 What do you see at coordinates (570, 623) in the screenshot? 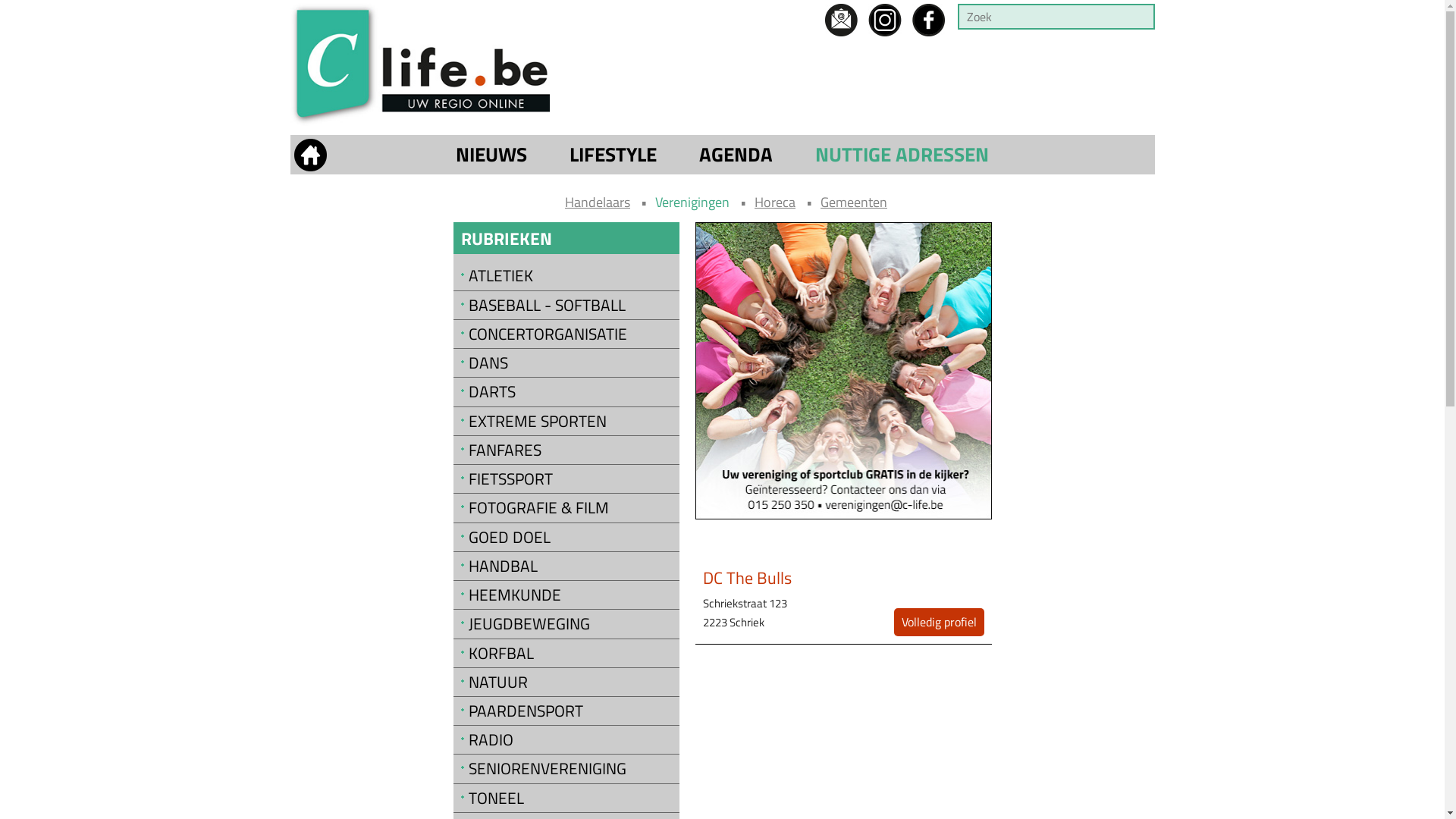
I see `'JEUGDBEWEGING'` at bounding box center [570, 623].